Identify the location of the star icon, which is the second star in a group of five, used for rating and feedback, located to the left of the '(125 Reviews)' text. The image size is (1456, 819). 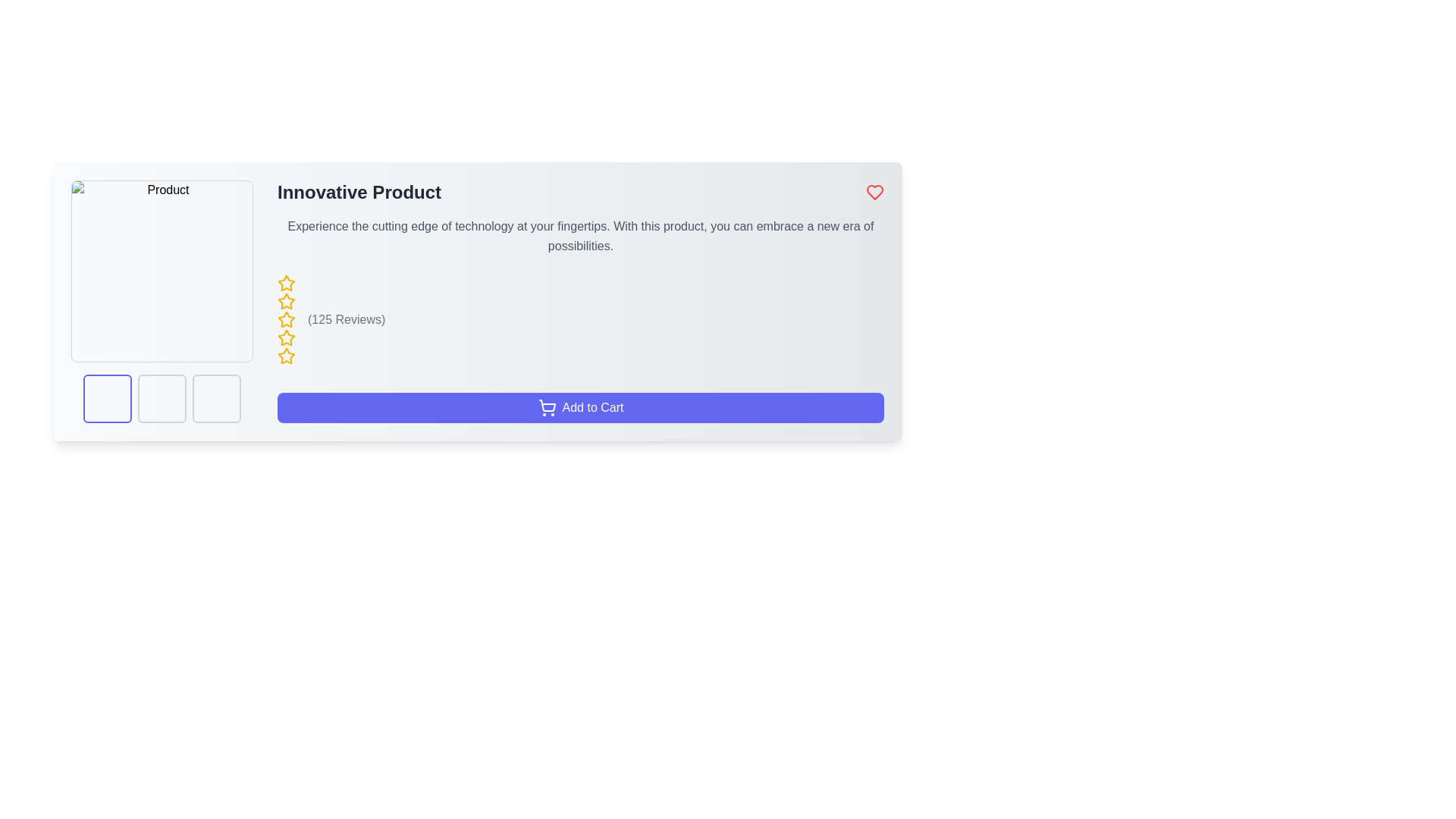
(287, 318).